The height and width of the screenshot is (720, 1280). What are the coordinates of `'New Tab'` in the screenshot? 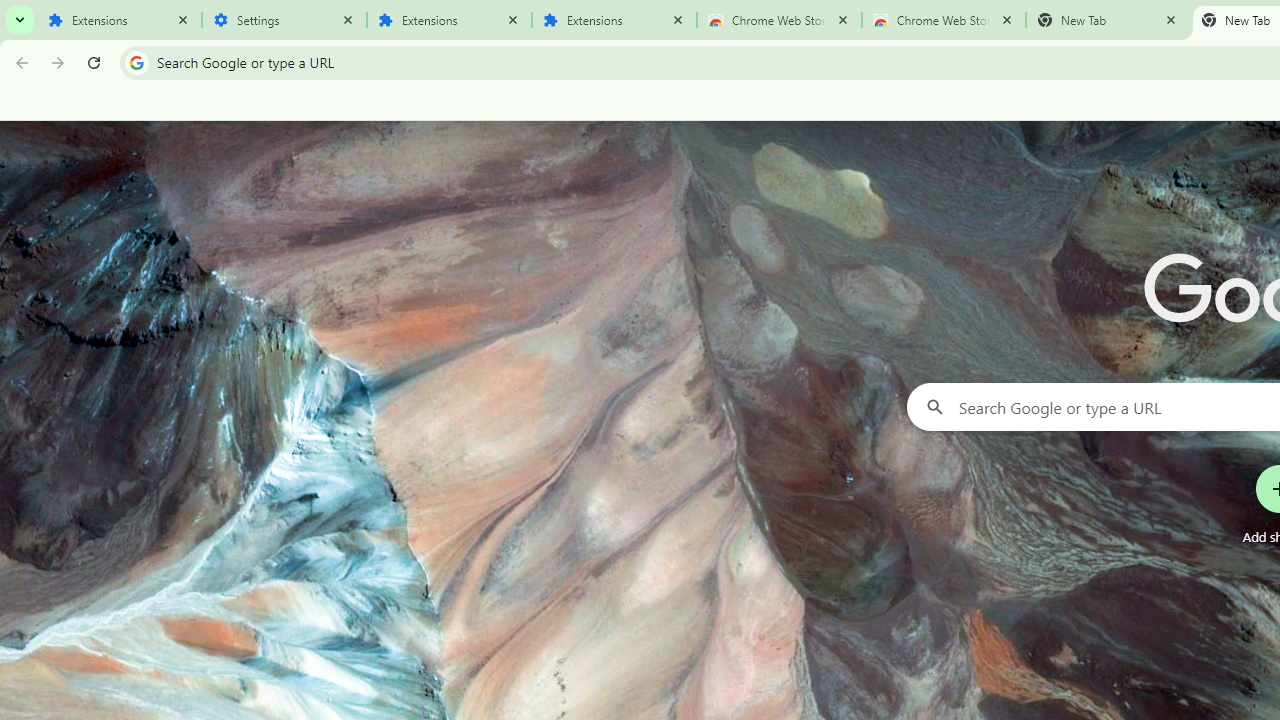 It's located at (1107, 20).